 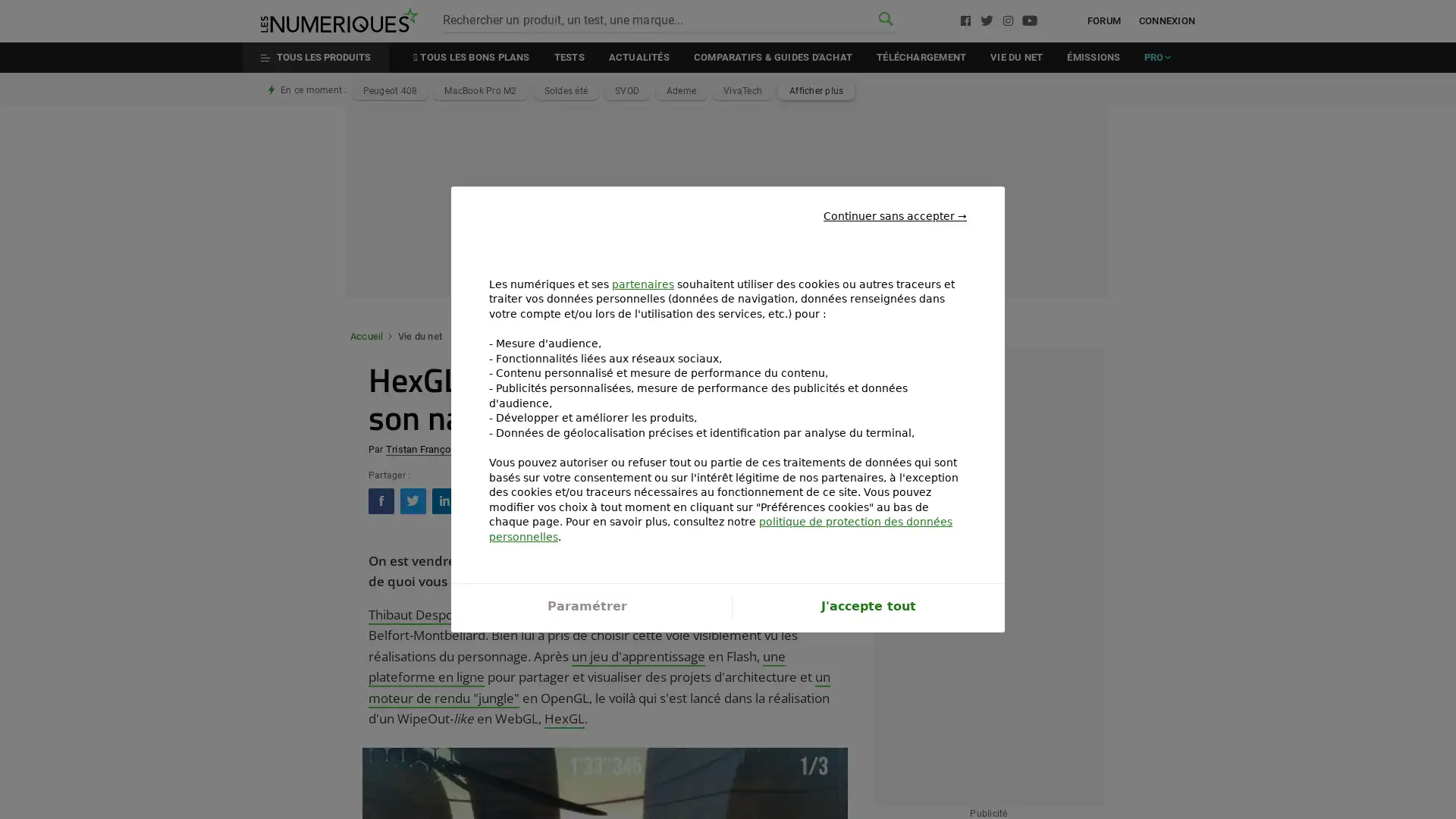 I want to click on Configurer vos consentements, so click(x=586, y=618).